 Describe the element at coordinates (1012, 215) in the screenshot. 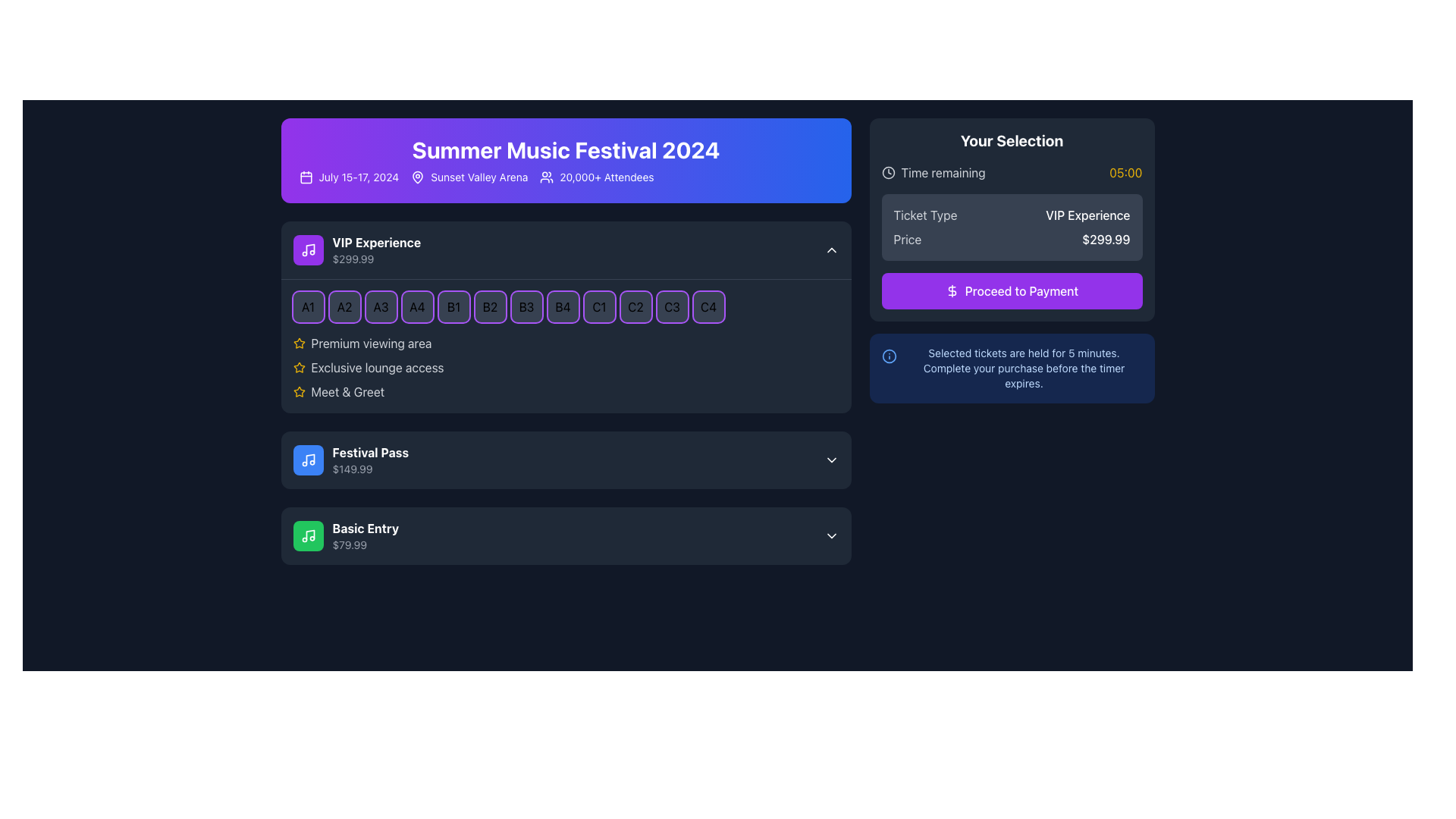

I see `the Informational display pair showing 'Ticket Type' in gray and 'VIP Experience' in white, which is the uppermost item in the 'Your Selection' box` at that location.